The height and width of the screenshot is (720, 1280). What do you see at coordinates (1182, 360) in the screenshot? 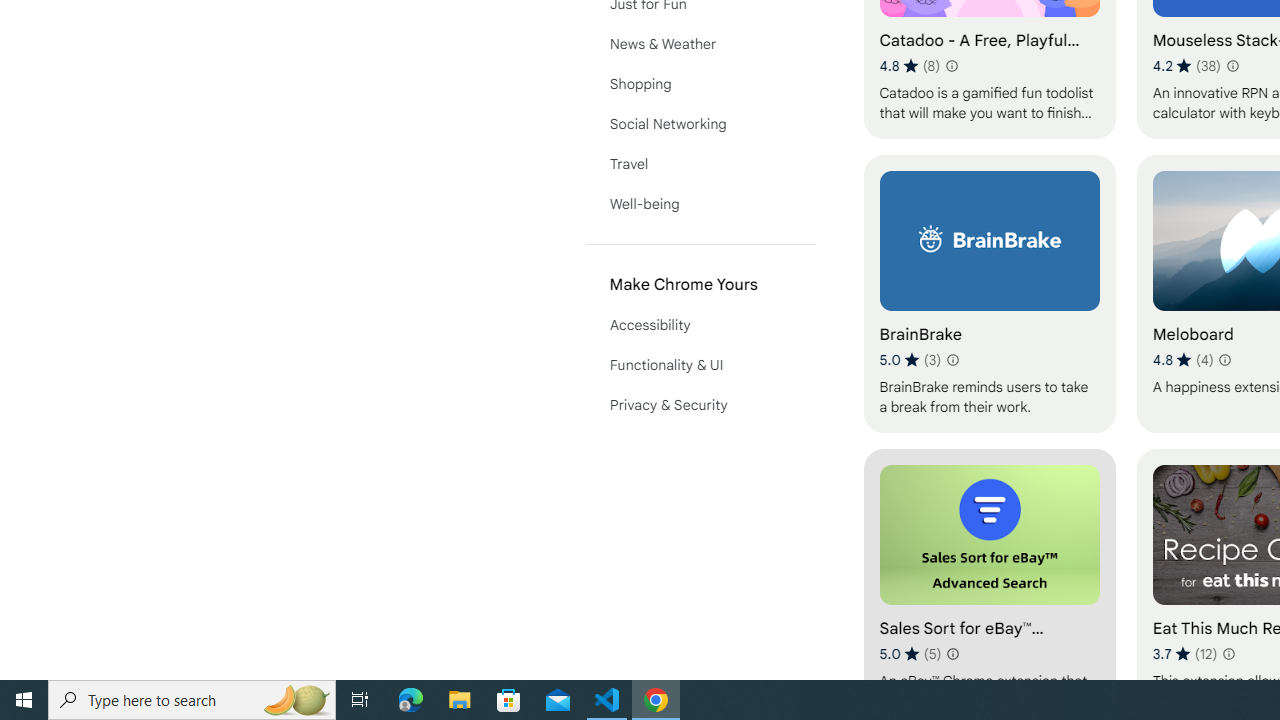
I see `'Average rating 4.8 out of 5 stars. 4 ratings.'` at bounding box center [1182, 360].